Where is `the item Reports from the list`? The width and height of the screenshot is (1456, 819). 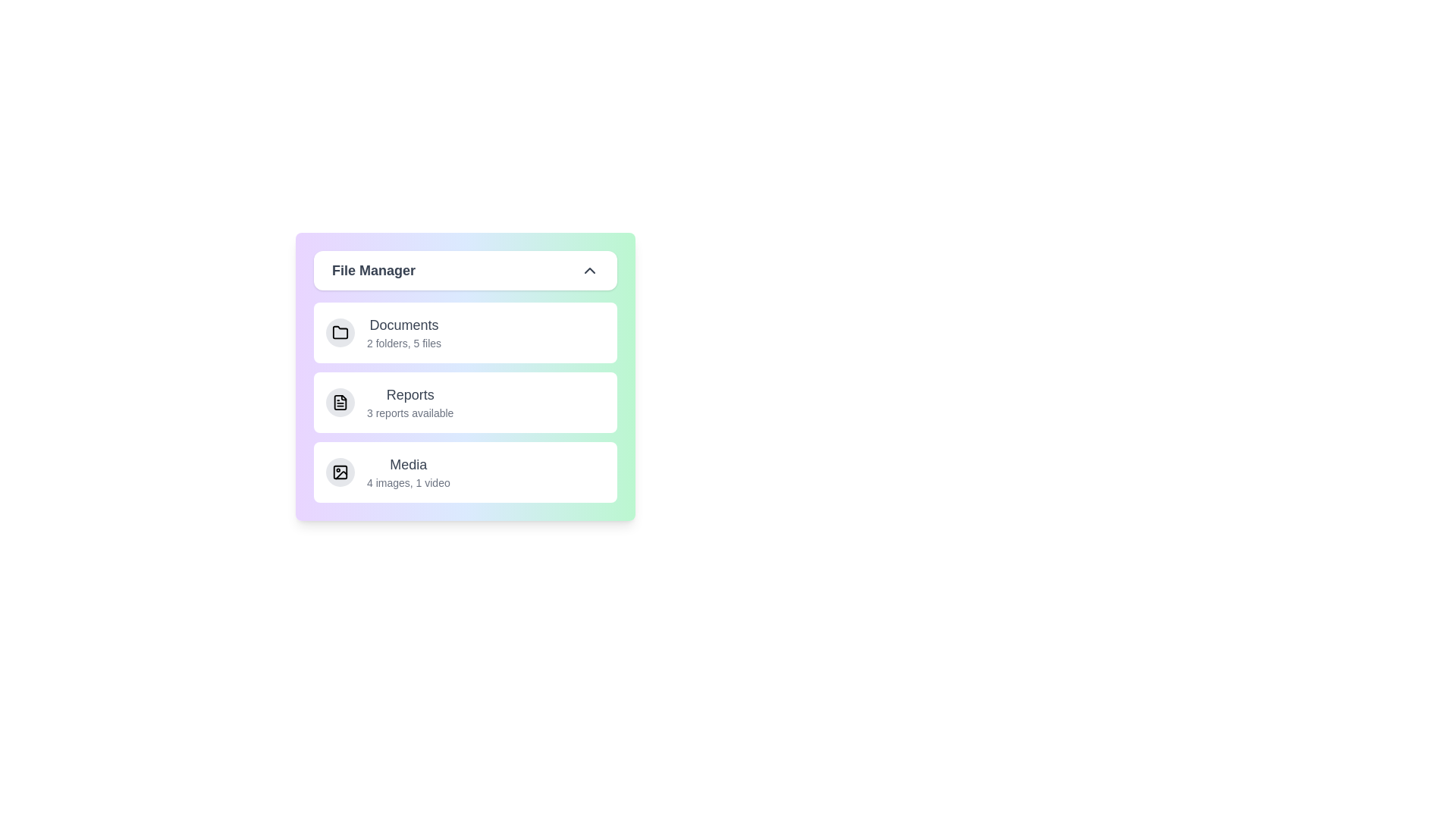
the item Reports from the list is located at coordinates (465, 402).